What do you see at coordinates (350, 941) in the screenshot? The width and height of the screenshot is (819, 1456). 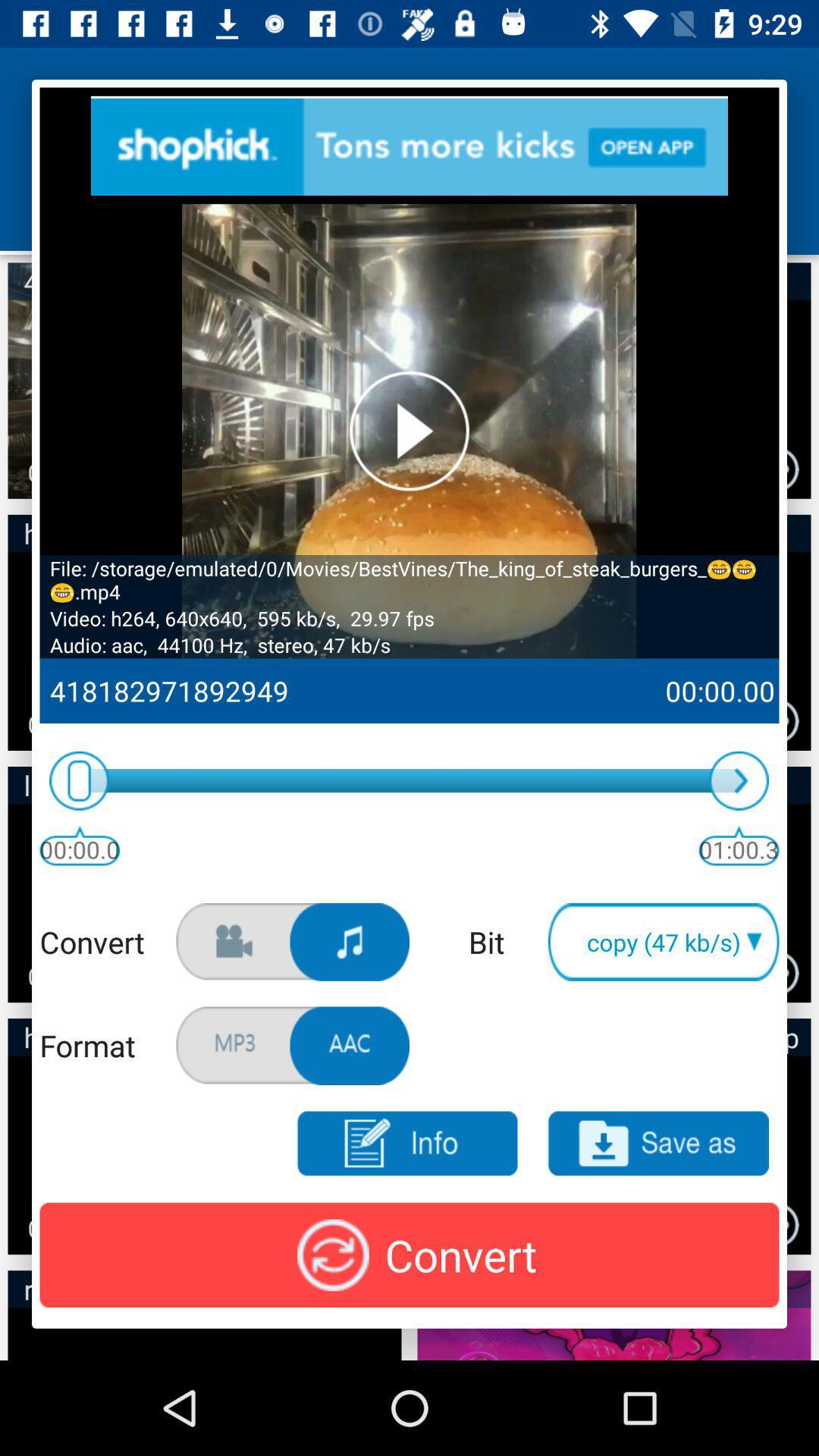 I see `click music` at bounding box center [350, 941].